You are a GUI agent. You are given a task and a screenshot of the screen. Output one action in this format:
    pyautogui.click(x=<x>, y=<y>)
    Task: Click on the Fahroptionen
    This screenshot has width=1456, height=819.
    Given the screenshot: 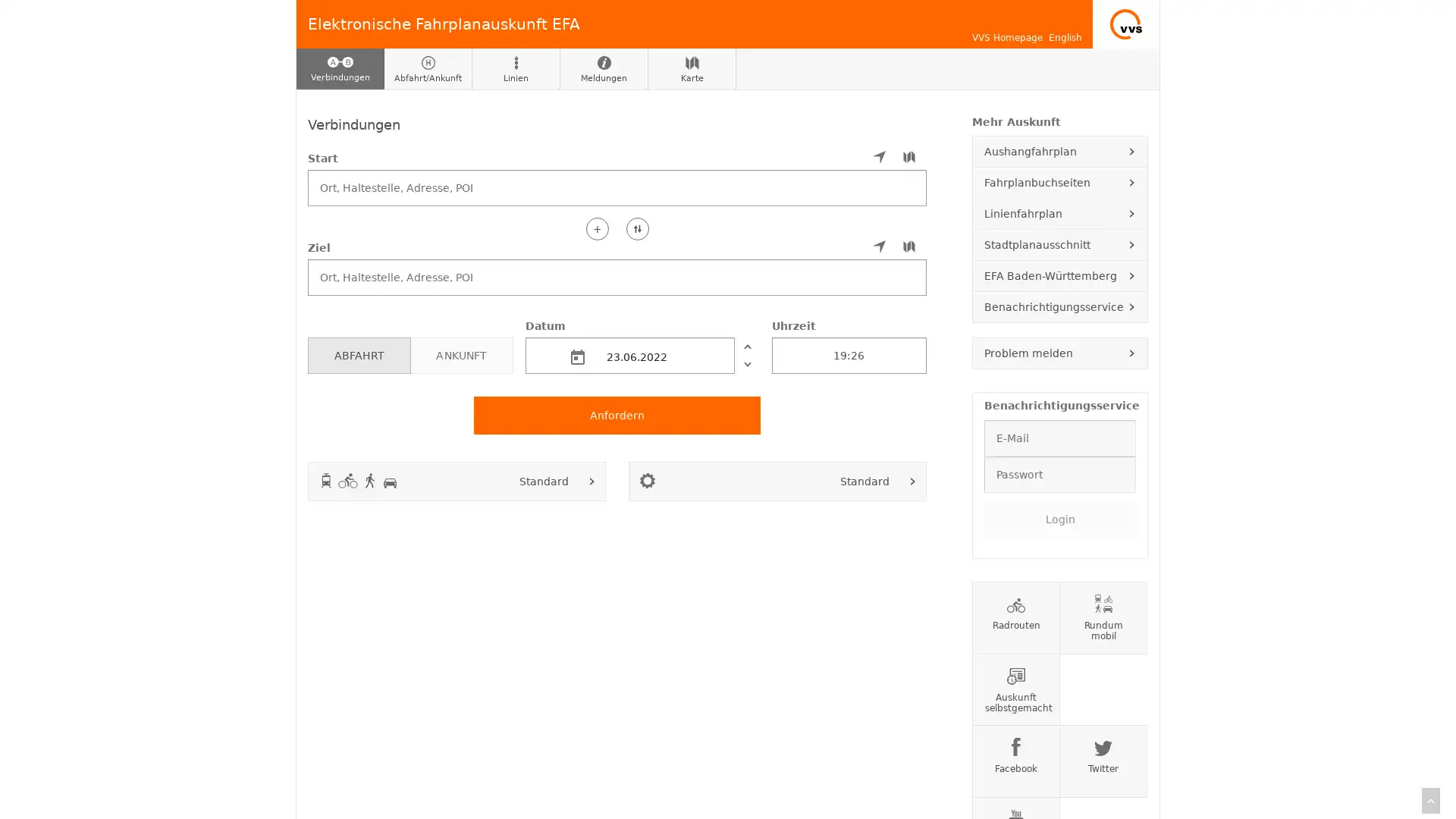 What is the action you would take?
    pyautogui.click(x=912, y=480)
    